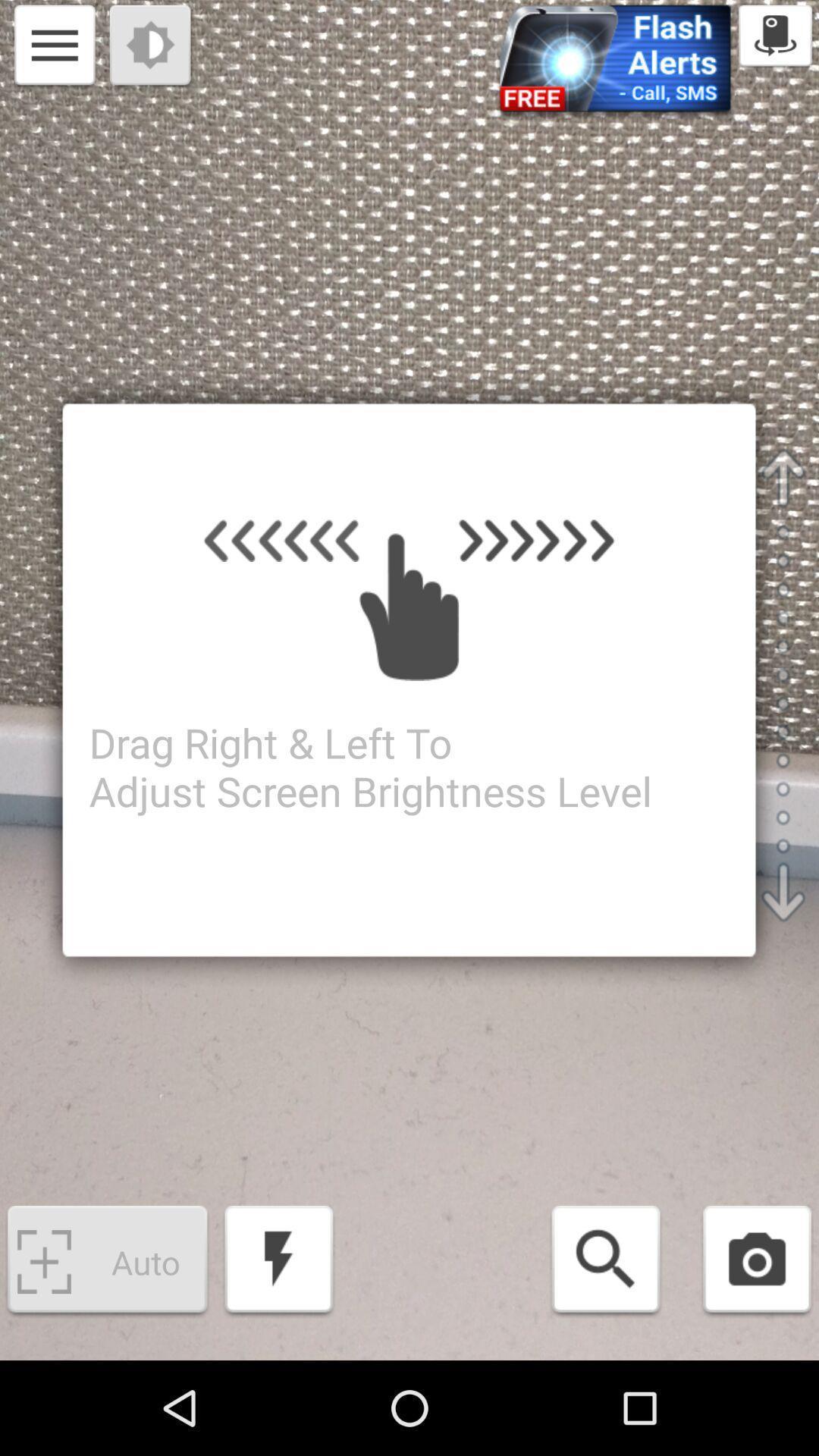 The width and height of the screenshot is (819, 1456). Describe the element at coordinates (615, 62) in the screenshot. I see `visit advertisement site` at that location.